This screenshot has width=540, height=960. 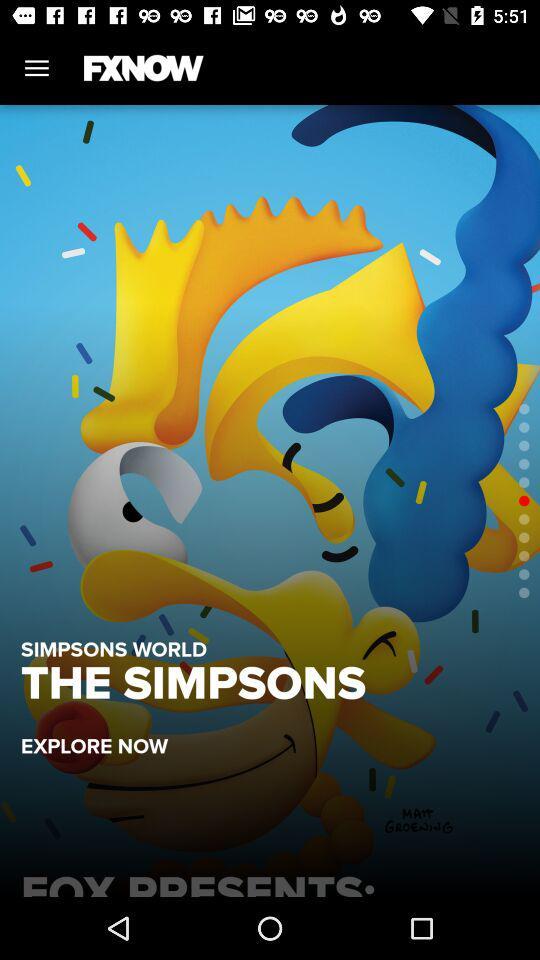 I want to click on explore now item, so click(x=104, y=735).